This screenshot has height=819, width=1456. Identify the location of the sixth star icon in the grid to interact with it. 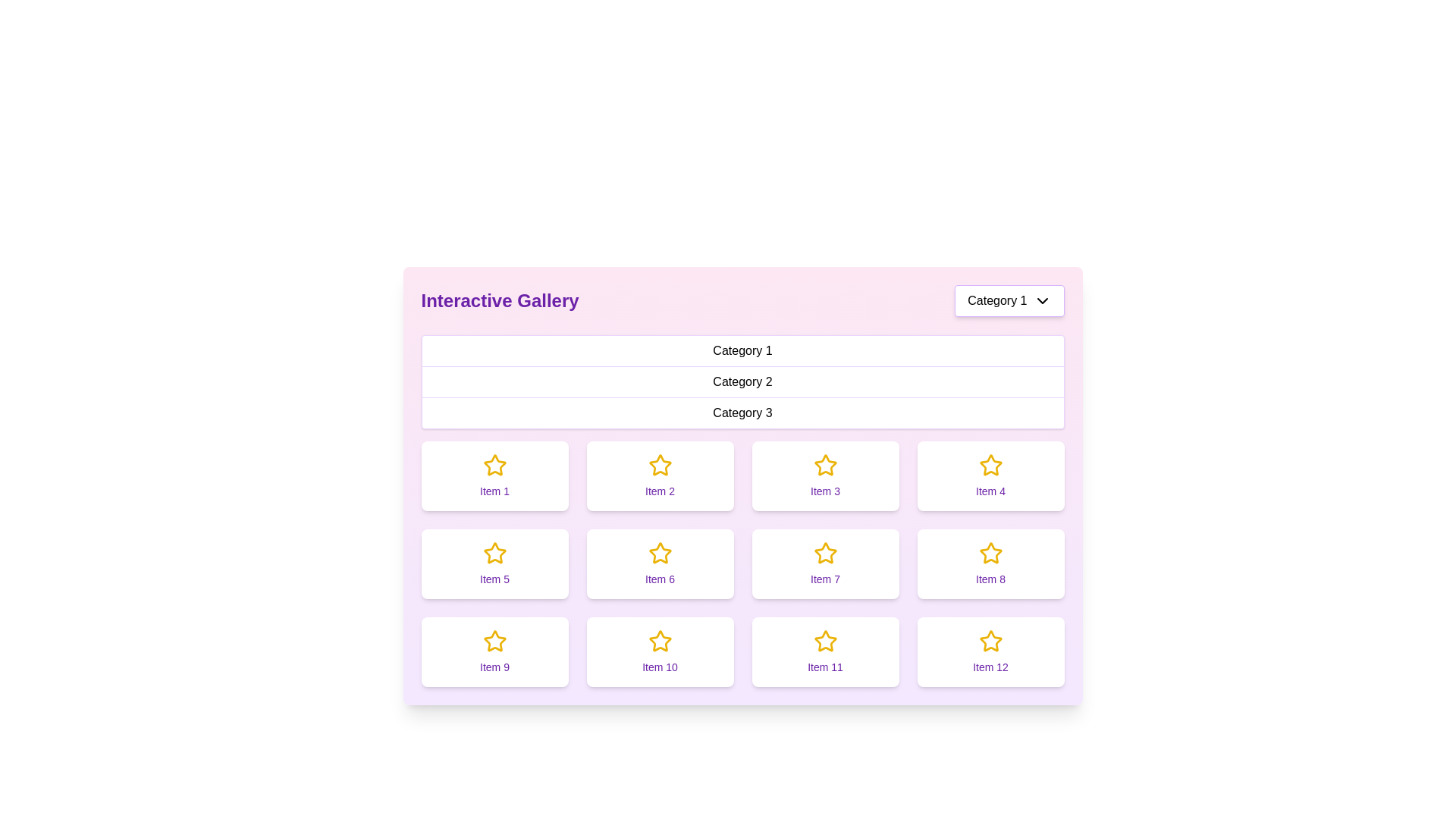
(660, 553).